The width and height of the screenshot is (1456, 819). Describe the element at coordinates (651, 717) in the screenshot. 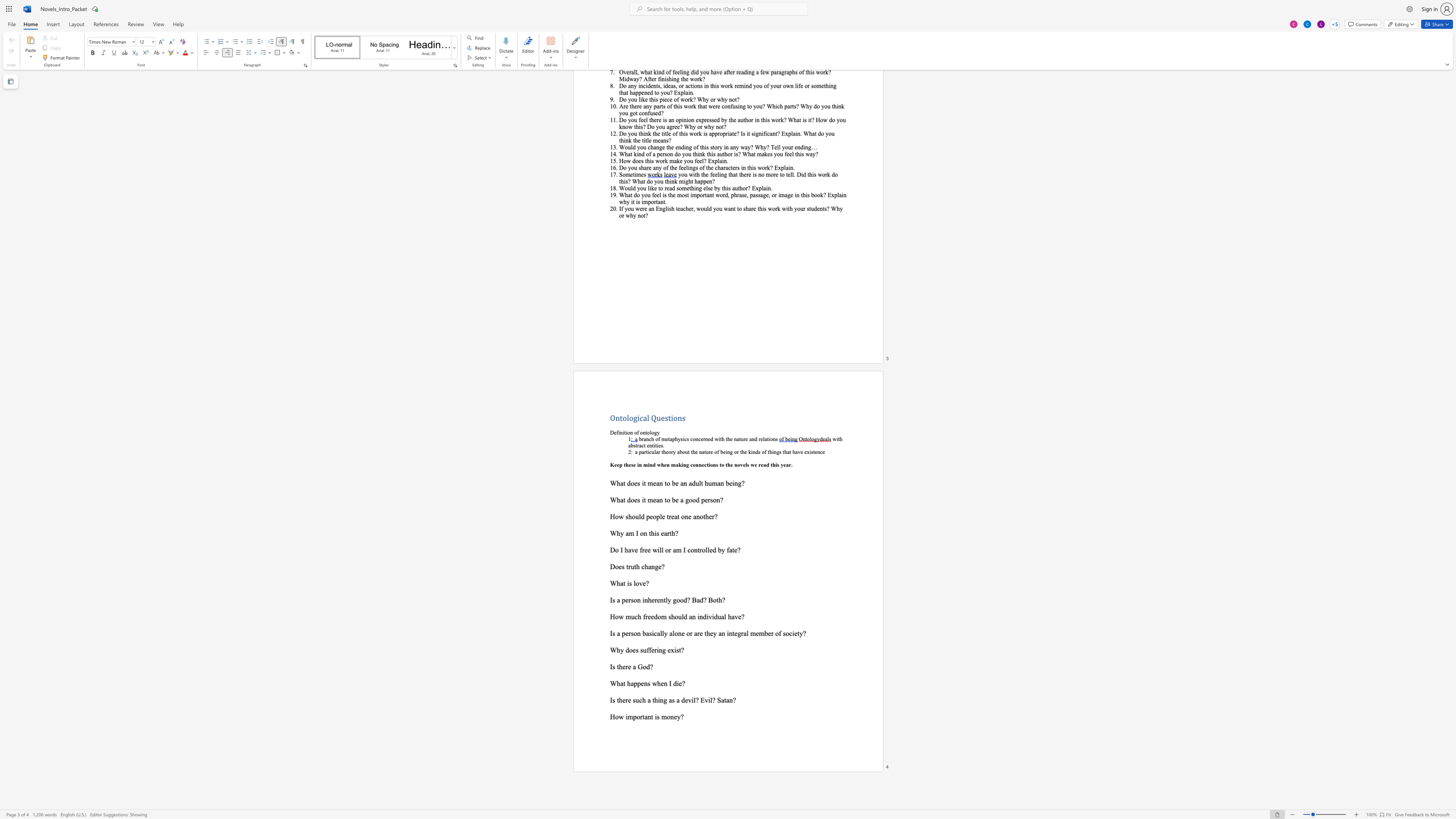

I see `the 2th character "t" in the text` at that location.